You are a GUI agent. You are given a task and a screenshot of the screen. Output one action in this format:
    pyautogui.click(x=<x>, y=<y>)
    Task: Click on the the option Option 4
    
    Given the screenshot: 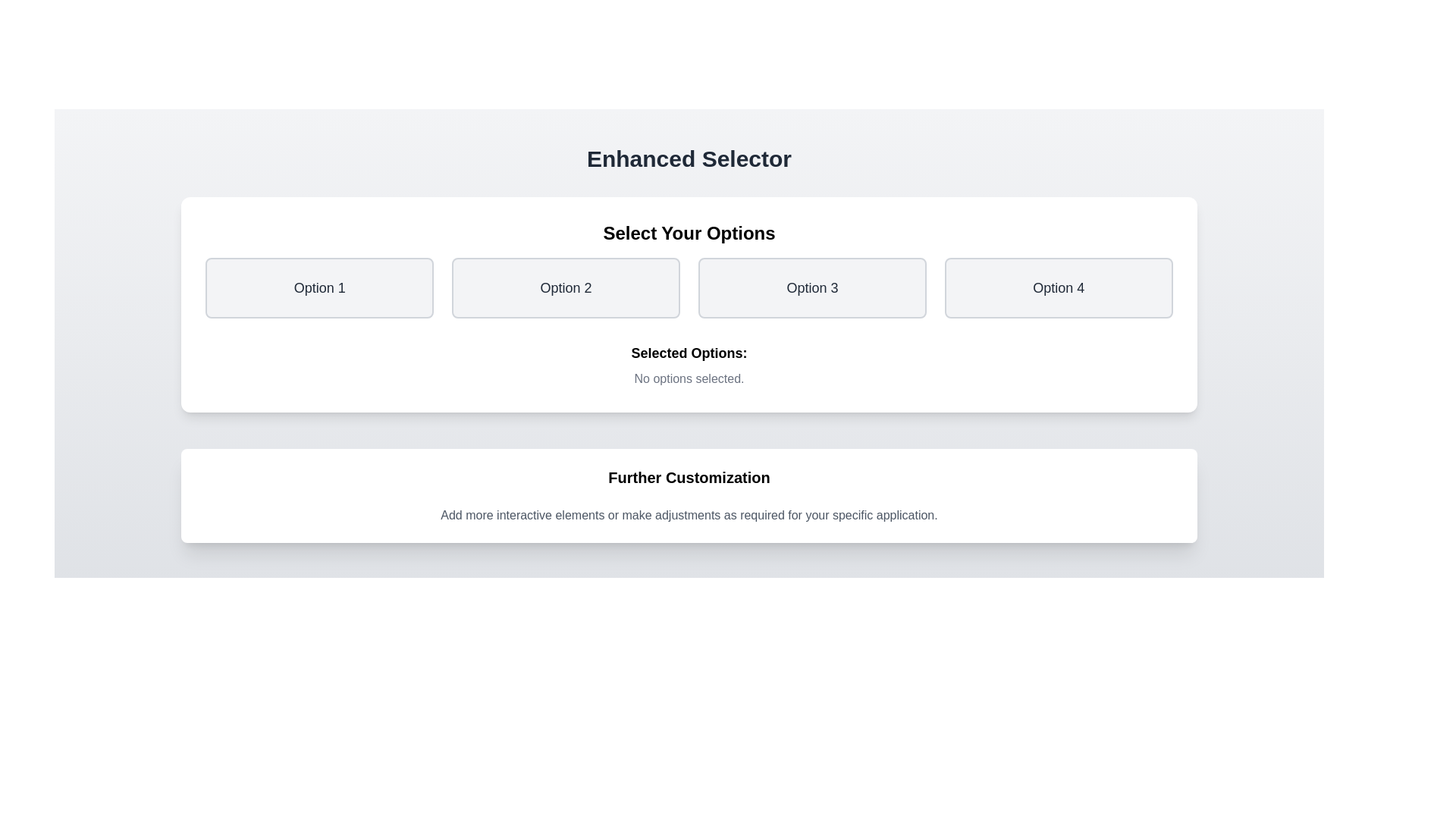 What is the action you would take?
    pyautogui.click(x=1058, y=288)
    